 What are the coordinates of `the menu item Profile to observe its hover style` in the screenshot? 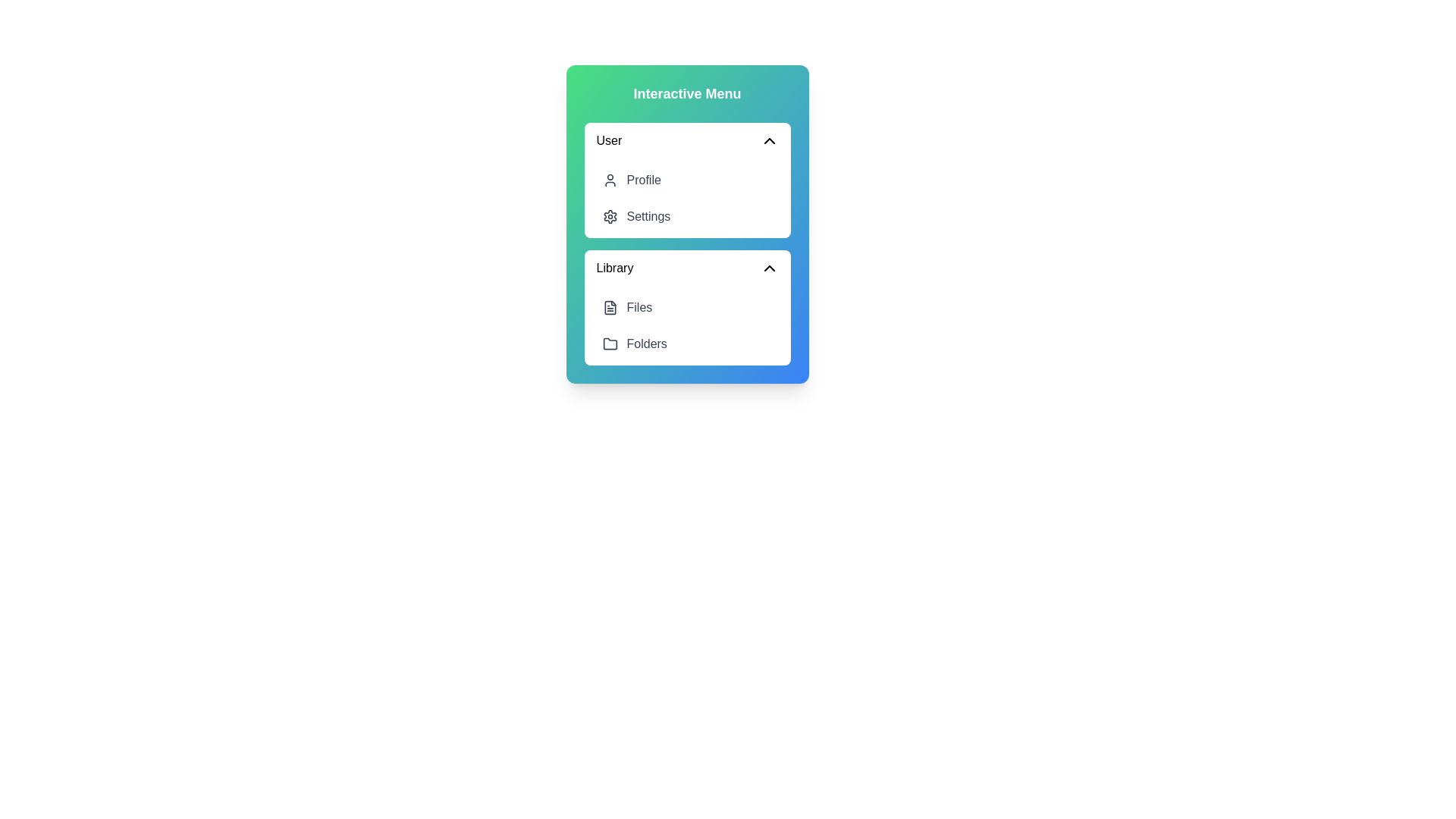 It's located at (686, 180).